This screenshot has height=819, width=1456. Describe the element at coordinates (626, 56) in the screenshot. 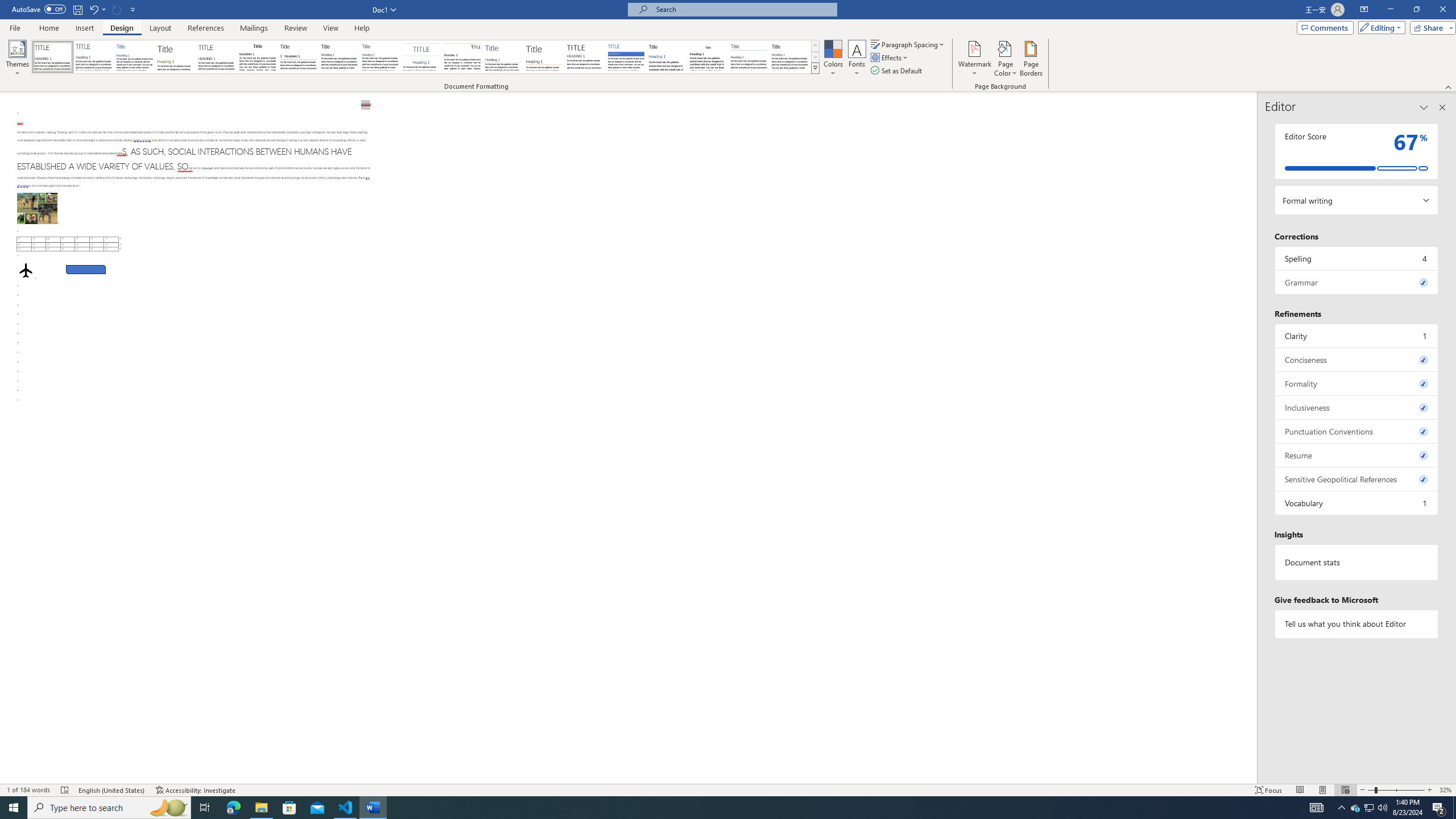

I see `'Shaded'` at that location.